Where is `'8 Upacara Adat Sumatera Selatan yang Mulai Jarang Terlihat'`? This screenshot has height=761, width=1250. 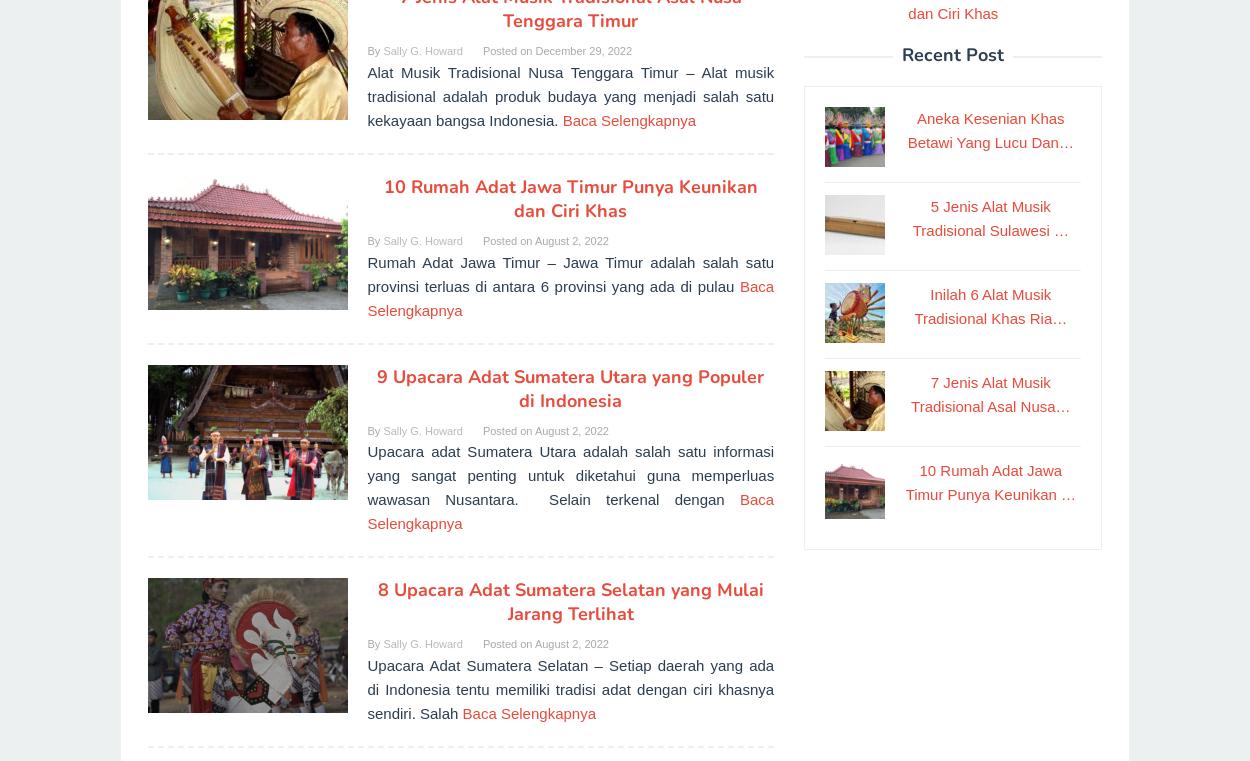 '8 Upacara Adat Sumatera Selatan yang Mulai Jarang Terlihat' is located at coordinates (377, 602).